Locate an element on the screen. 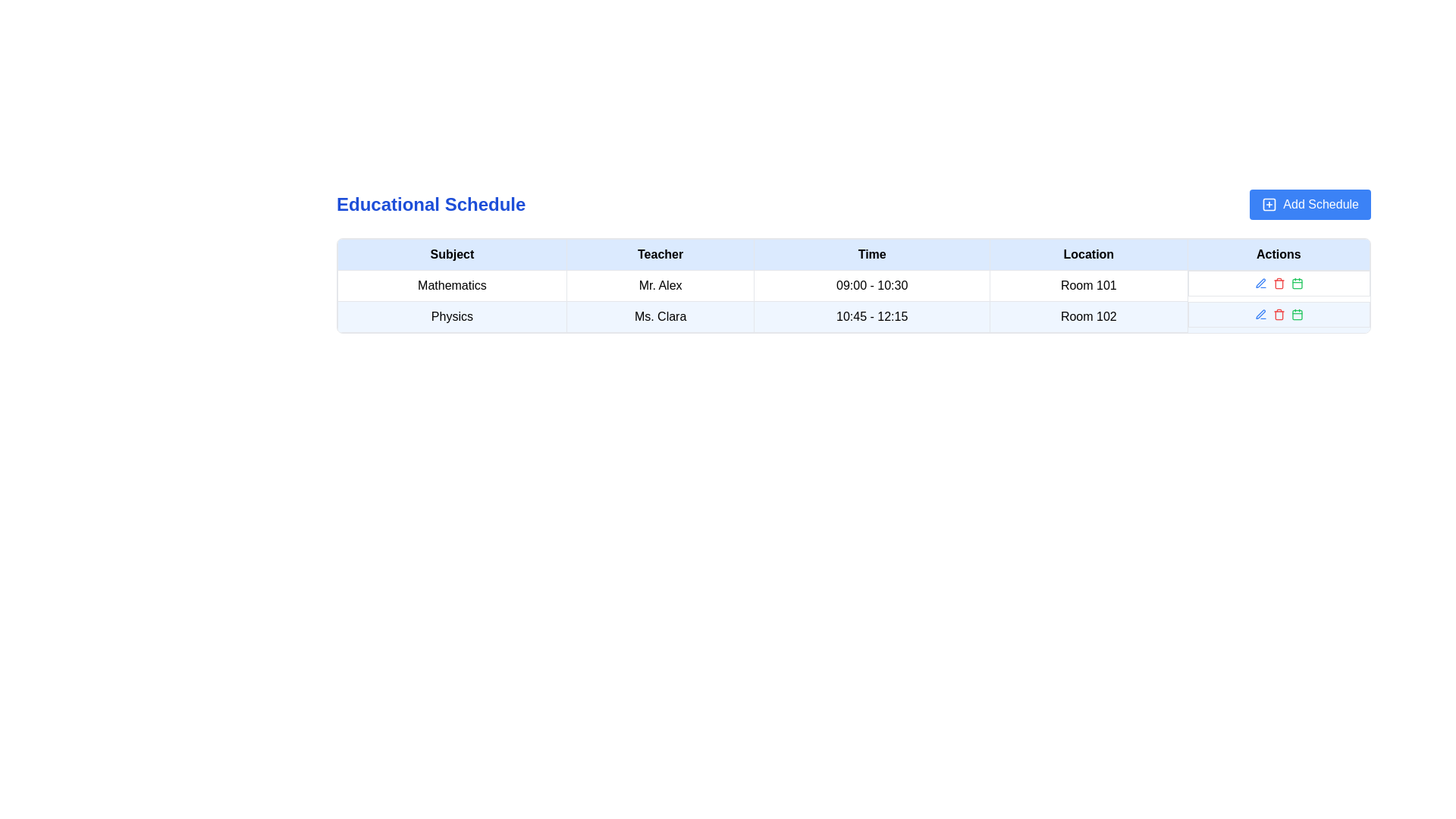  the text label in the second column header of the table, which indicates the teacher assigned to specific subjects is located at coordinates (661, 253).